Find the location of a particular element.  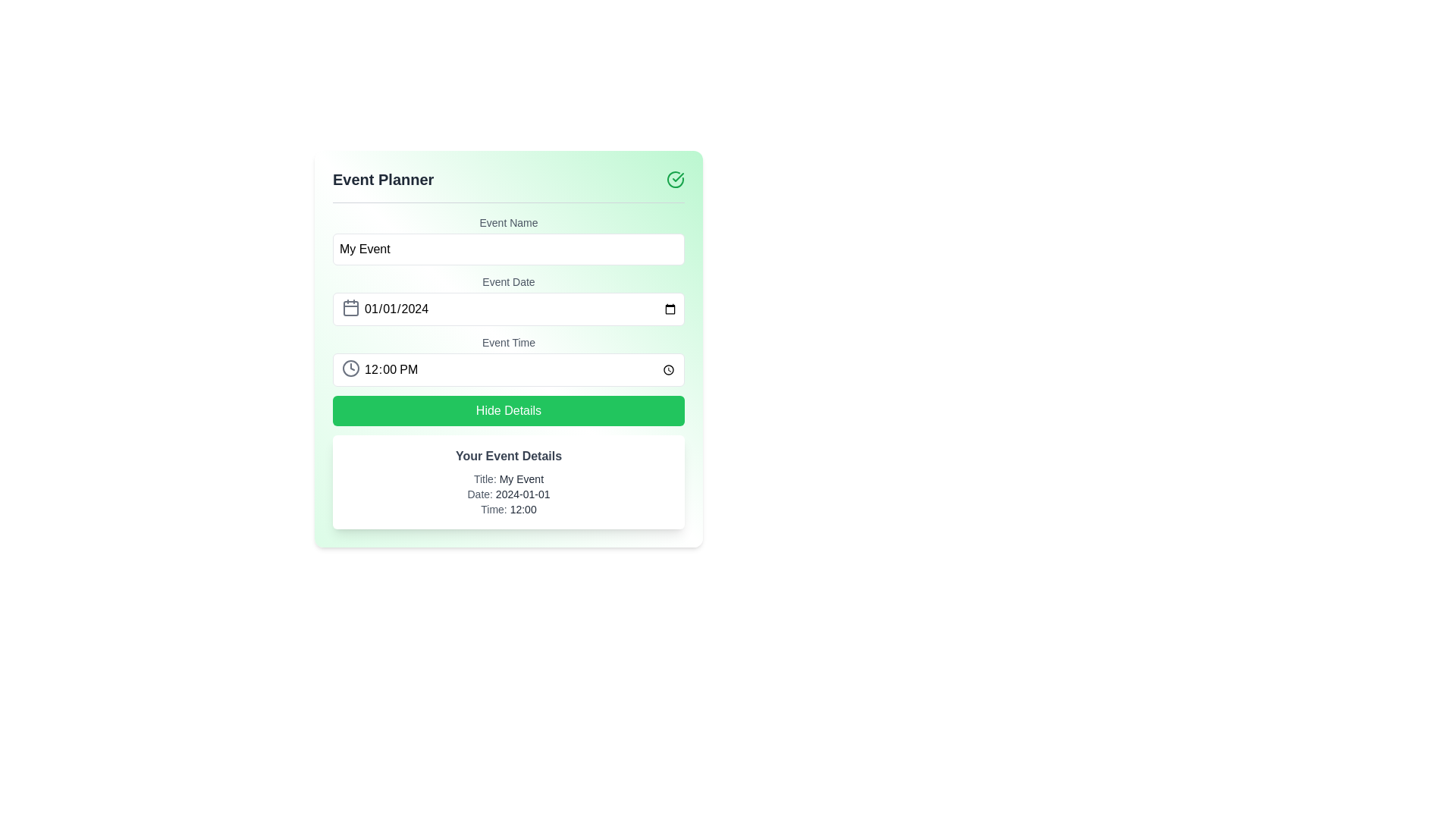

the 'Event Name' labeled input field to focus on it for user input is located at coordinates (509, 239).